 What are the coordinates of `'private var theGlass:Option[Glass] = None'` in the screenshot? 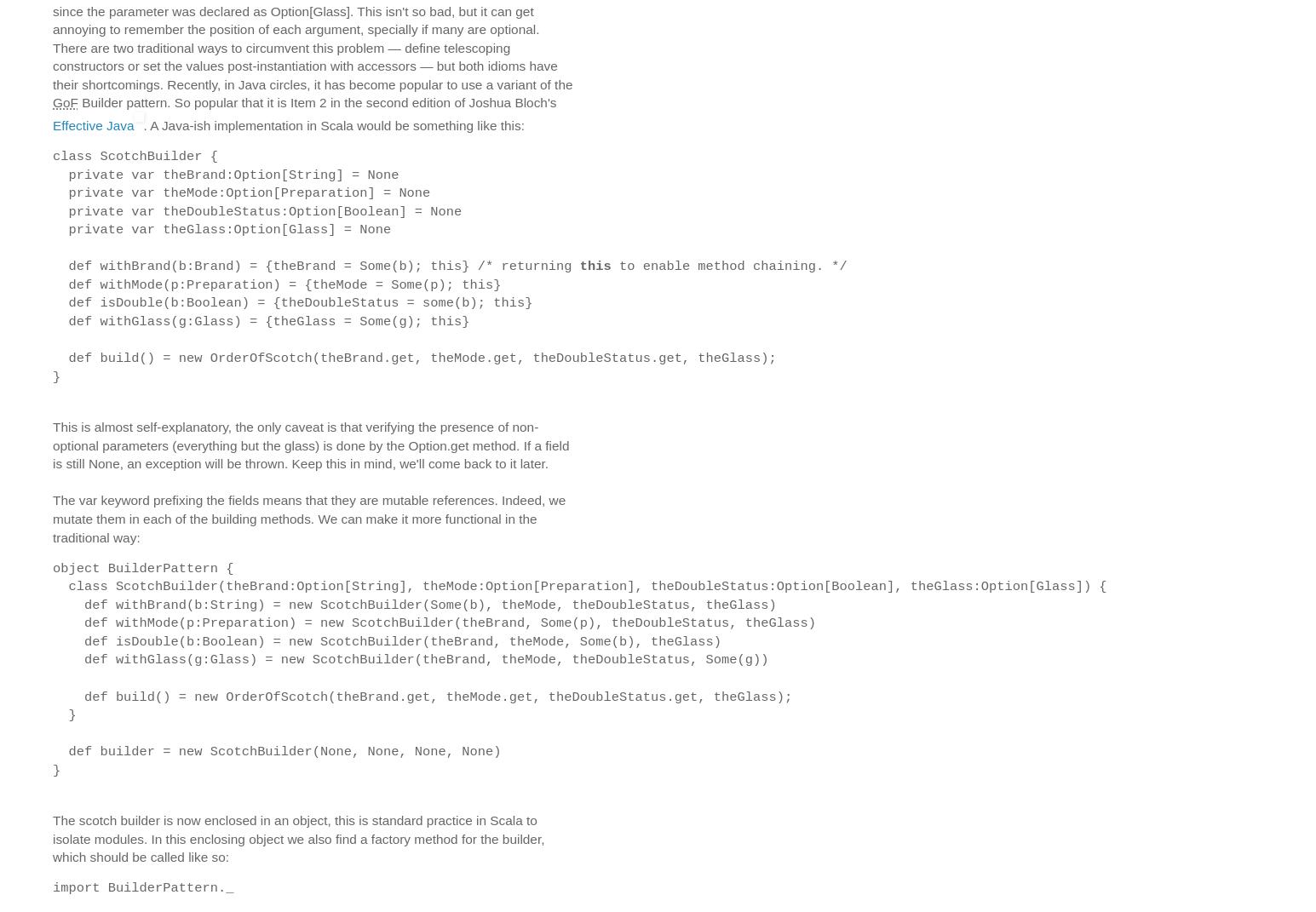 It's located at (221, 229).